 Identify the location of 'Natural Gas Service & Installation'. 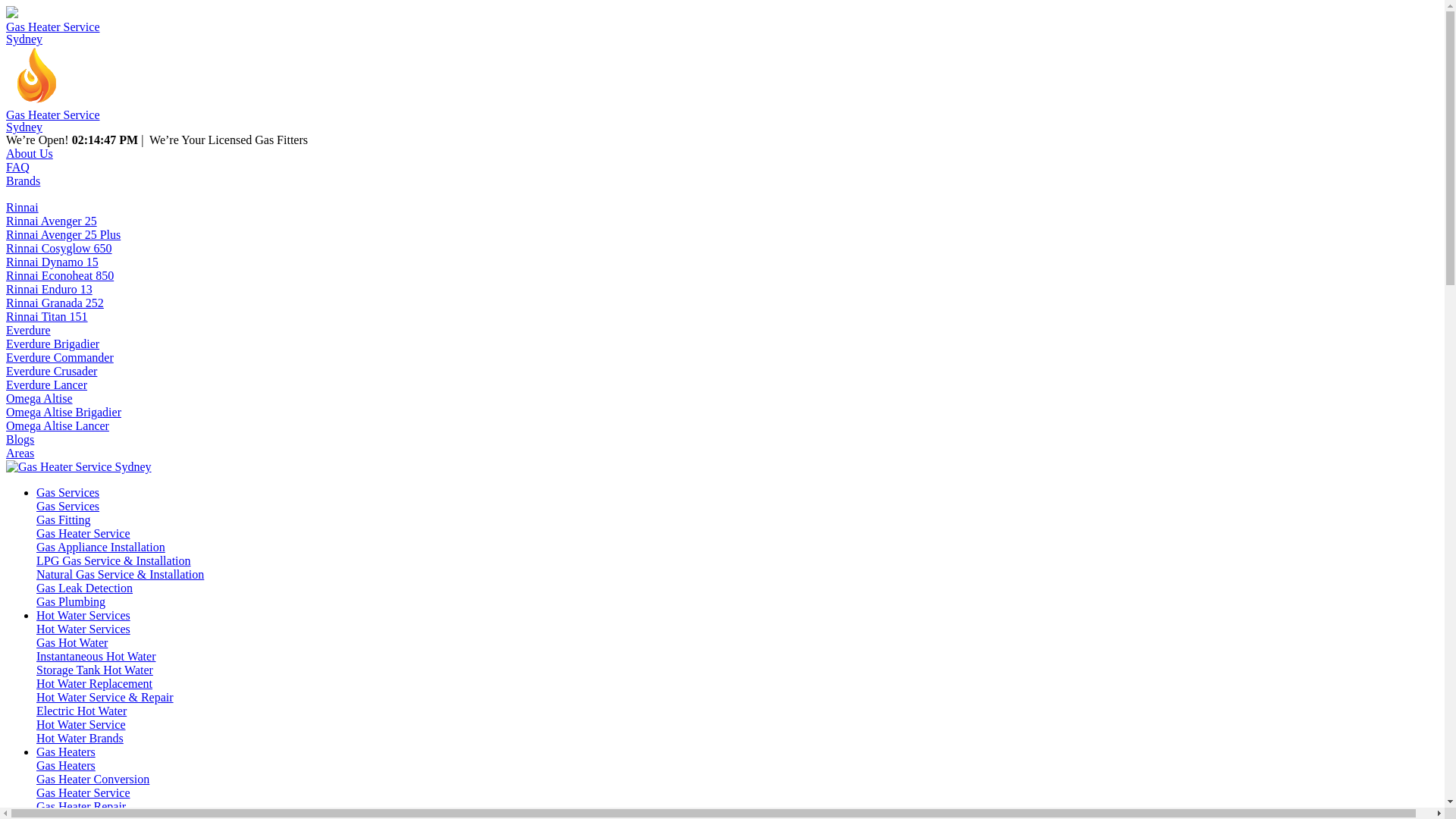
(119, 574).